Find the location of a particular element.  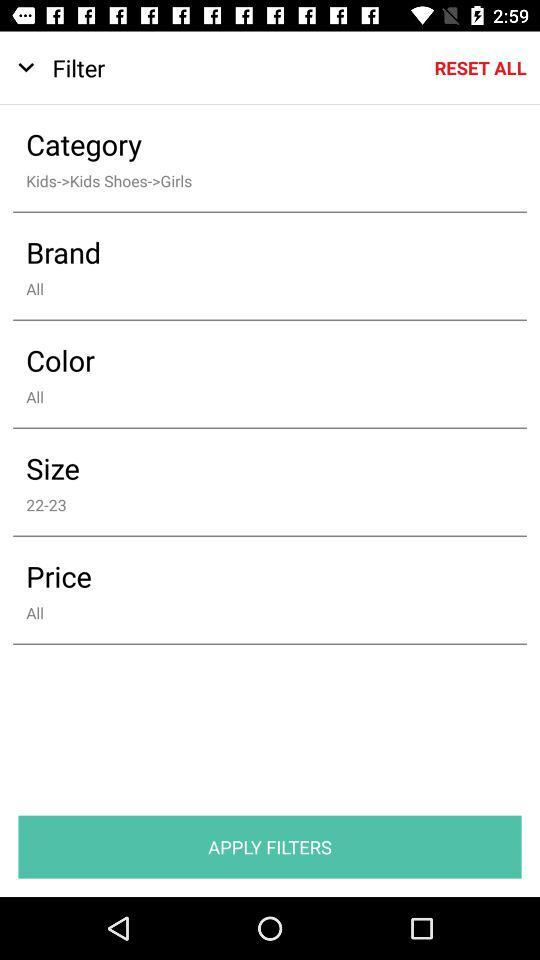

the icon below the all icon is located at coordinates (256, 360).